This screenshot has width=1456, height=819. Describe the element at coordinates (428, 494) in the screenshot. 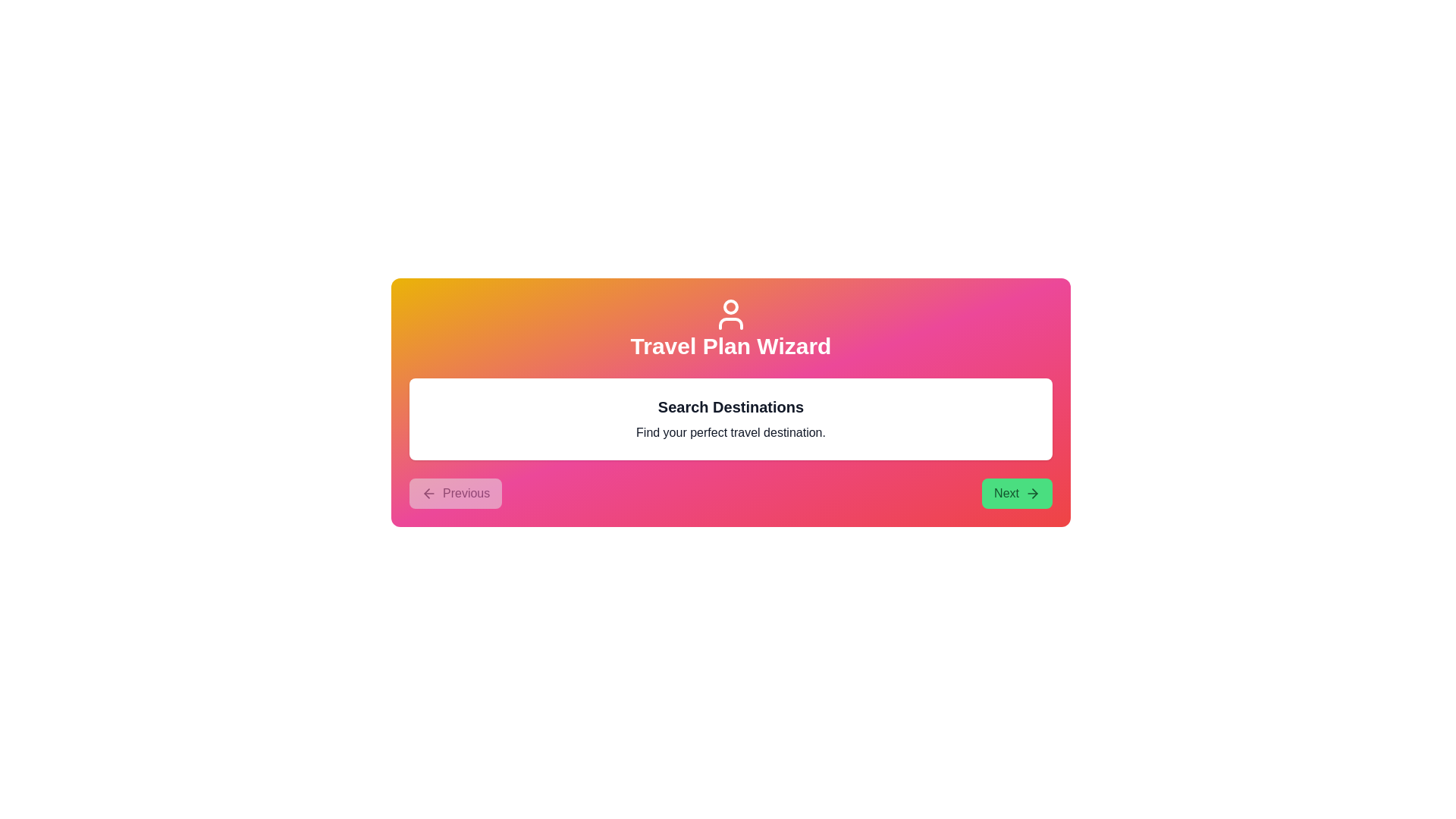

I see `the left-pointing arrow icon inside the 'Previous' button with a muted pink background` at that location.